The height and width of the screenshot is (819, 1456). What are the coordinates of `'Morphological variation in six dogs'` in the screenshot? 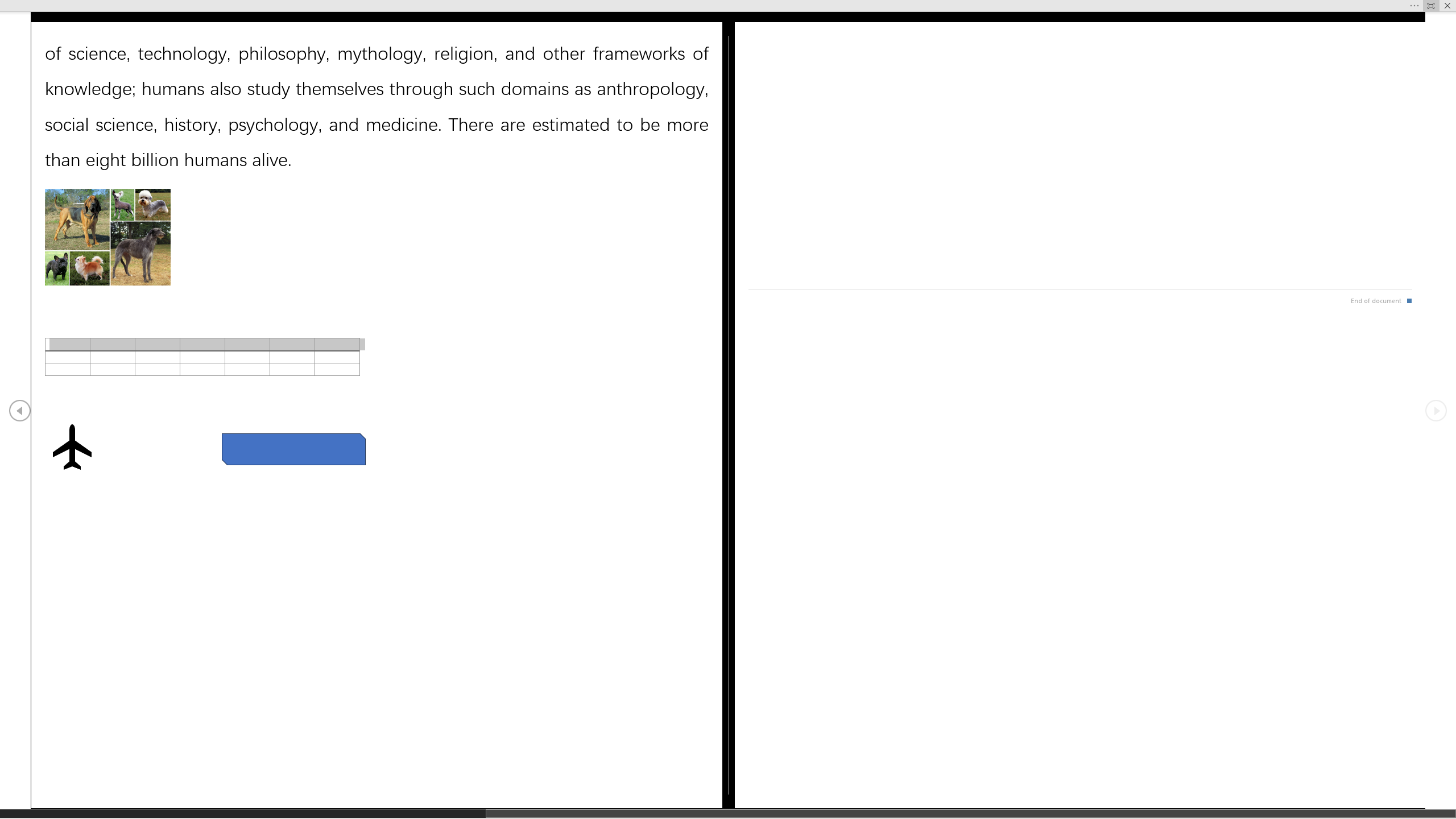 It's located at (106, 237).